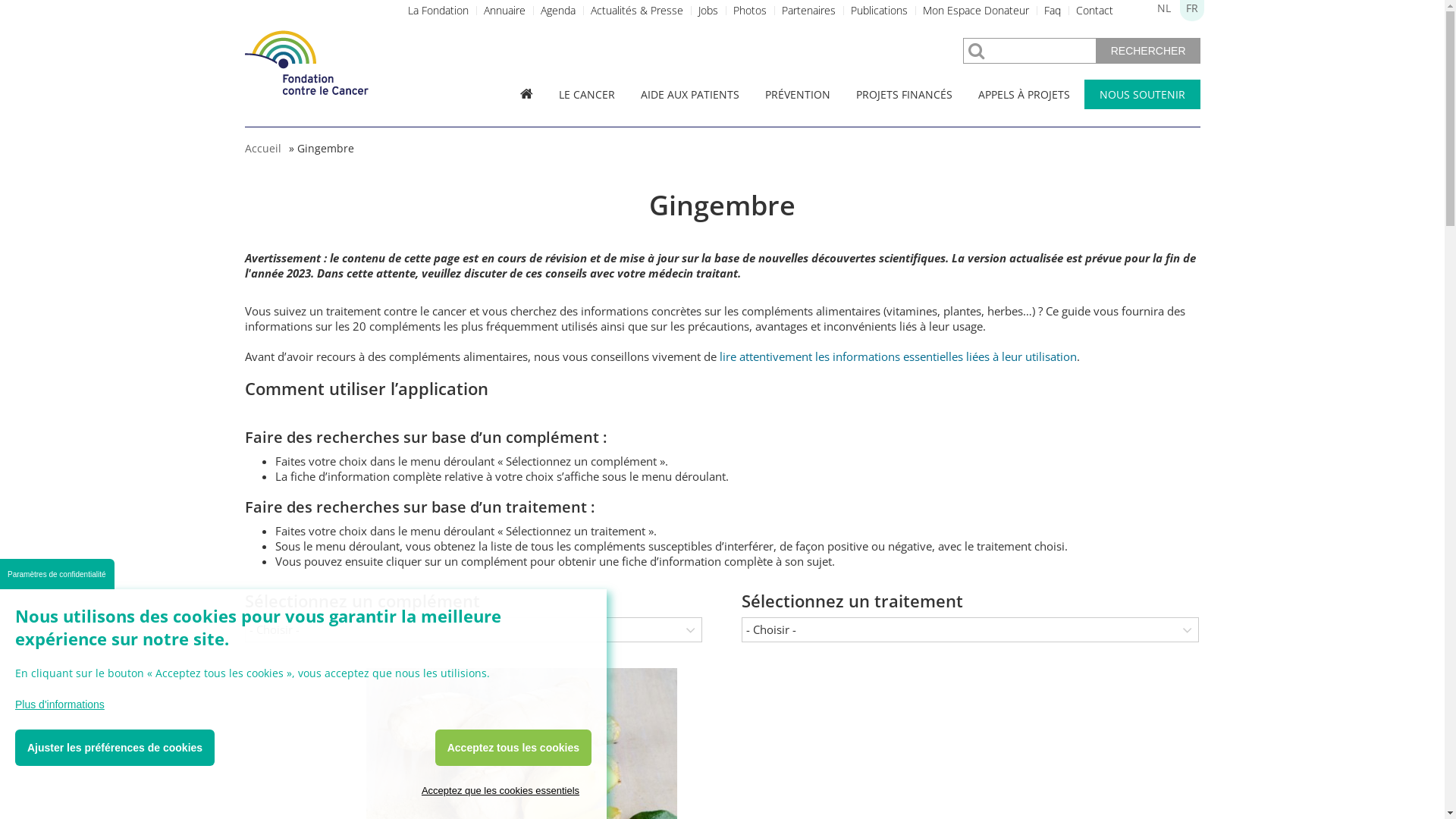  I want to click on 'Acceptez que les cookies essentiels', so click(500, 789).